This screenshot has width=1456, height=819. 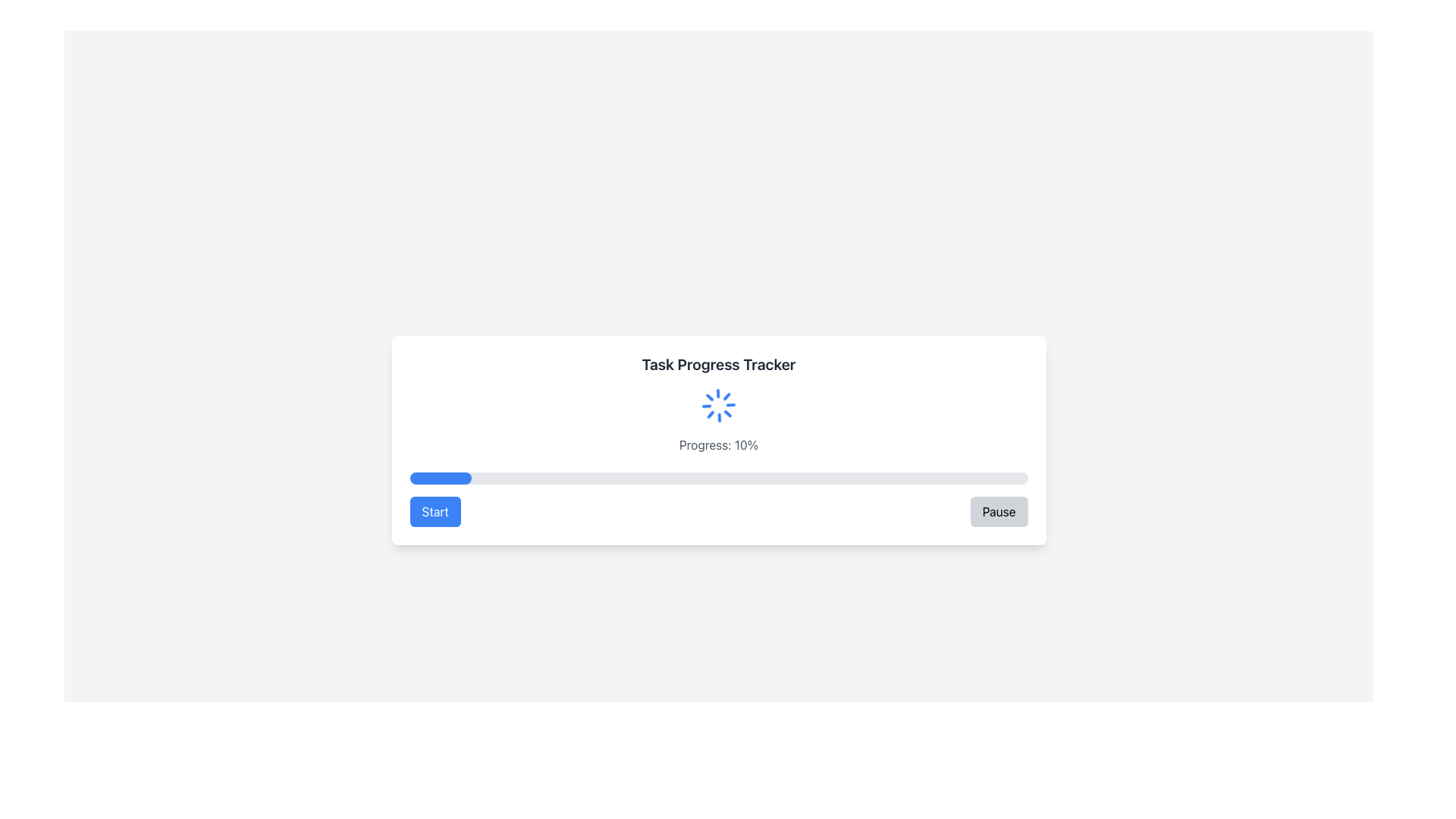 I want to click on the Loader Icon, which indicates the loading state of the task, located above the progress text ('Progress: 10%') and below the 'Task Progress Tracker' header, so click(x=718, y=405).